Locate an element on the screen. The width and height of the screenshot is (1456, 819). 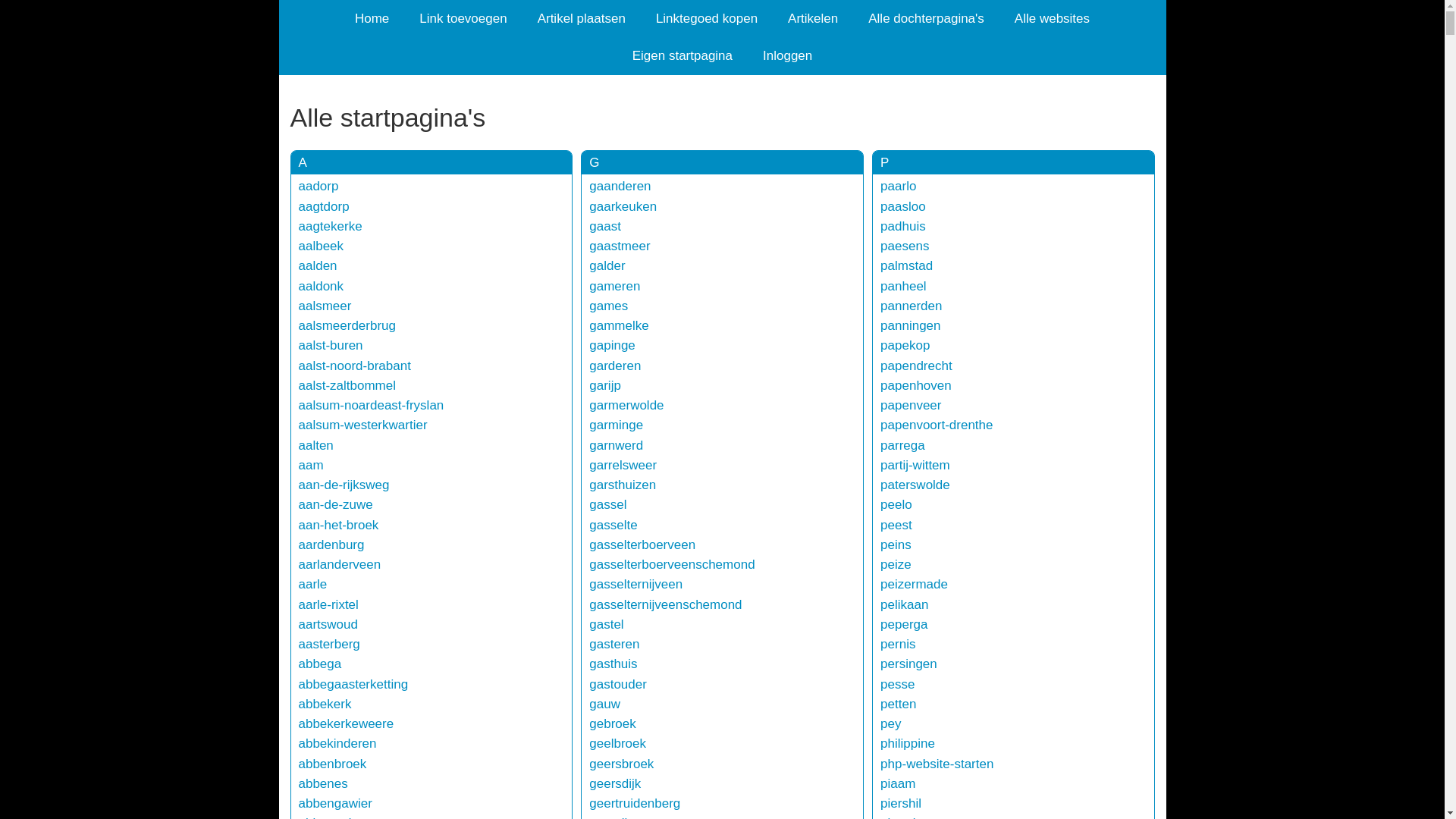
'persingen' is located at coordinates (908, 663).